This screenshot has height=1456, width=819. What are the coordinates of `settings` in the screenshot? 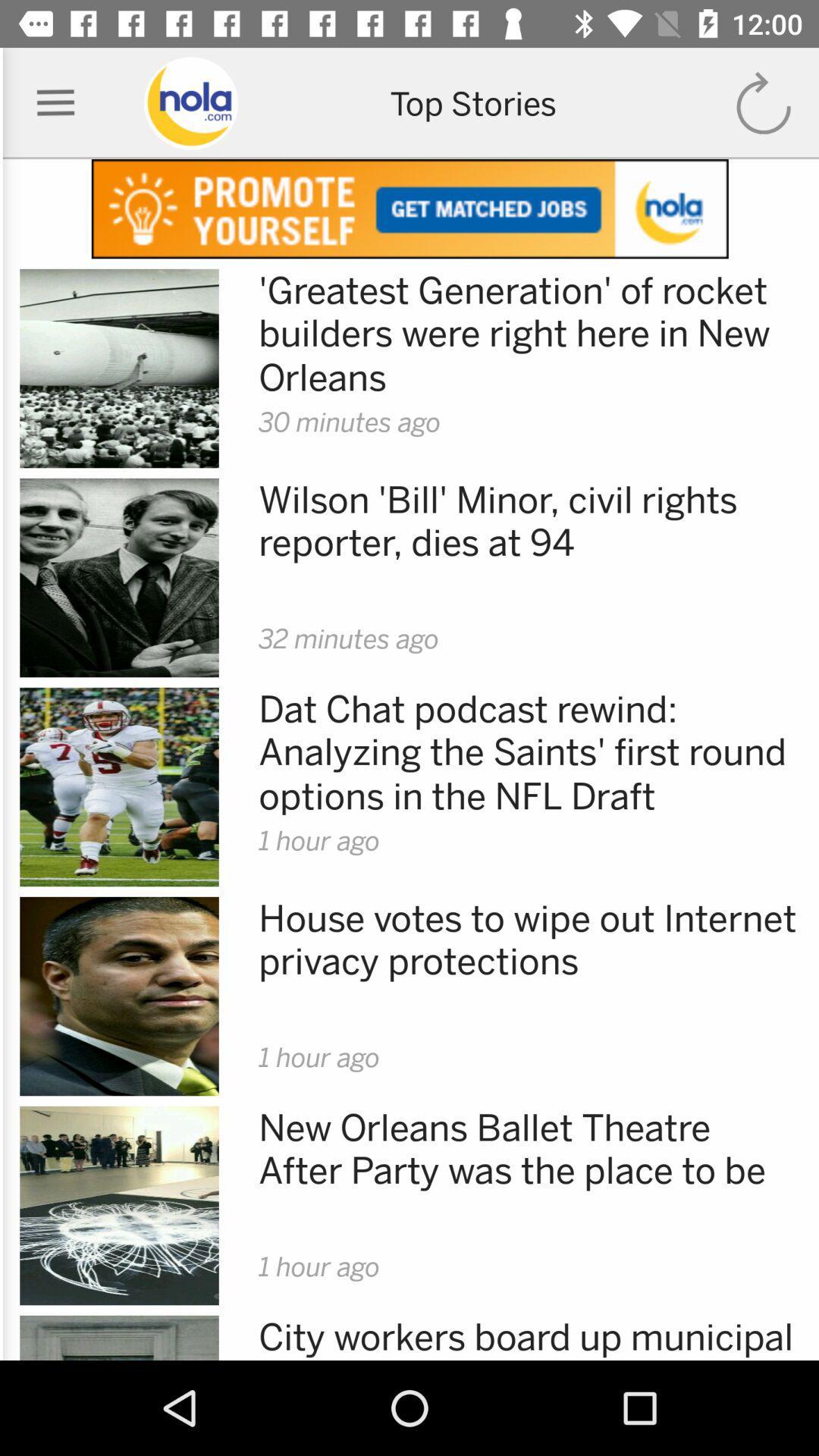 It's located at (55, 102).